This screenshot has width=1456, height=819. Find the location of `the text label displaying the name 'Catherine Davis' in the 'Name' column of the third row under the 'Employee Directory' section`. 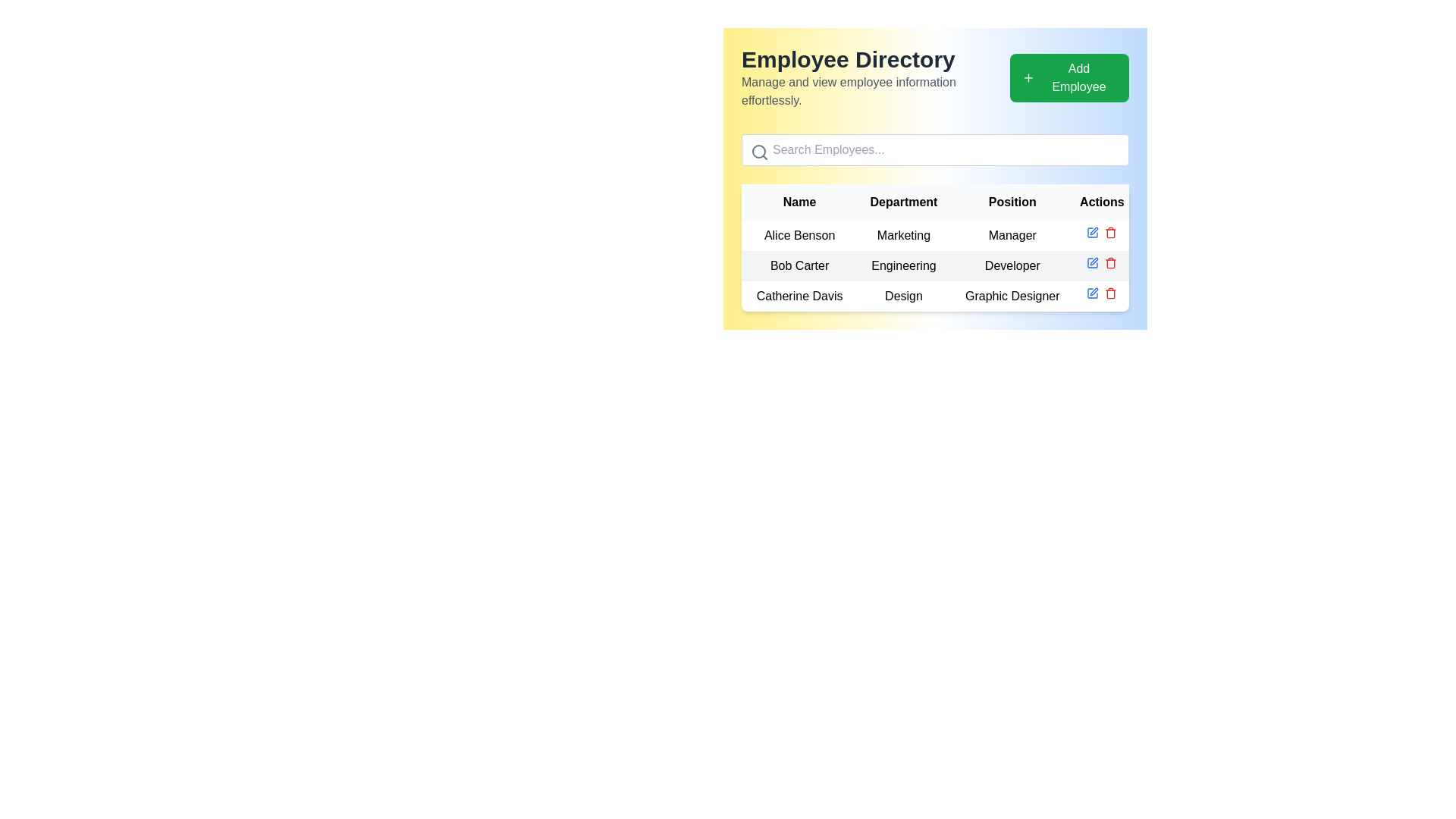

the text label displaying the name 'Catherine Davis' in the 'Name' column of the third row under the 'Employee Directory' section is located at coordinates (799, 296).